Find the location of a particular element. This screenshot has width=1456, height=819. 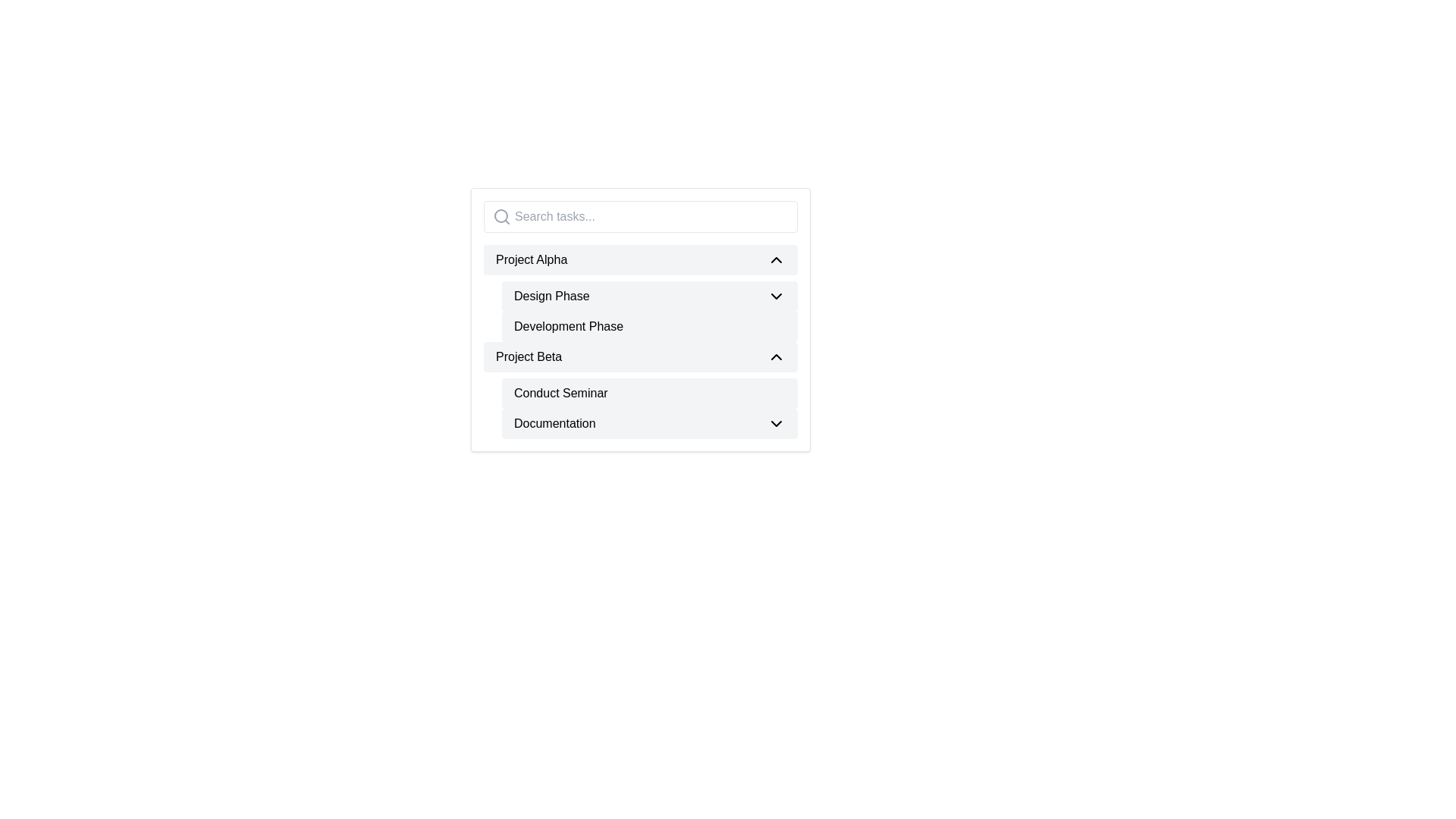

the 'Design Phase' dropdown toggle is located at coordinates (650, 296).